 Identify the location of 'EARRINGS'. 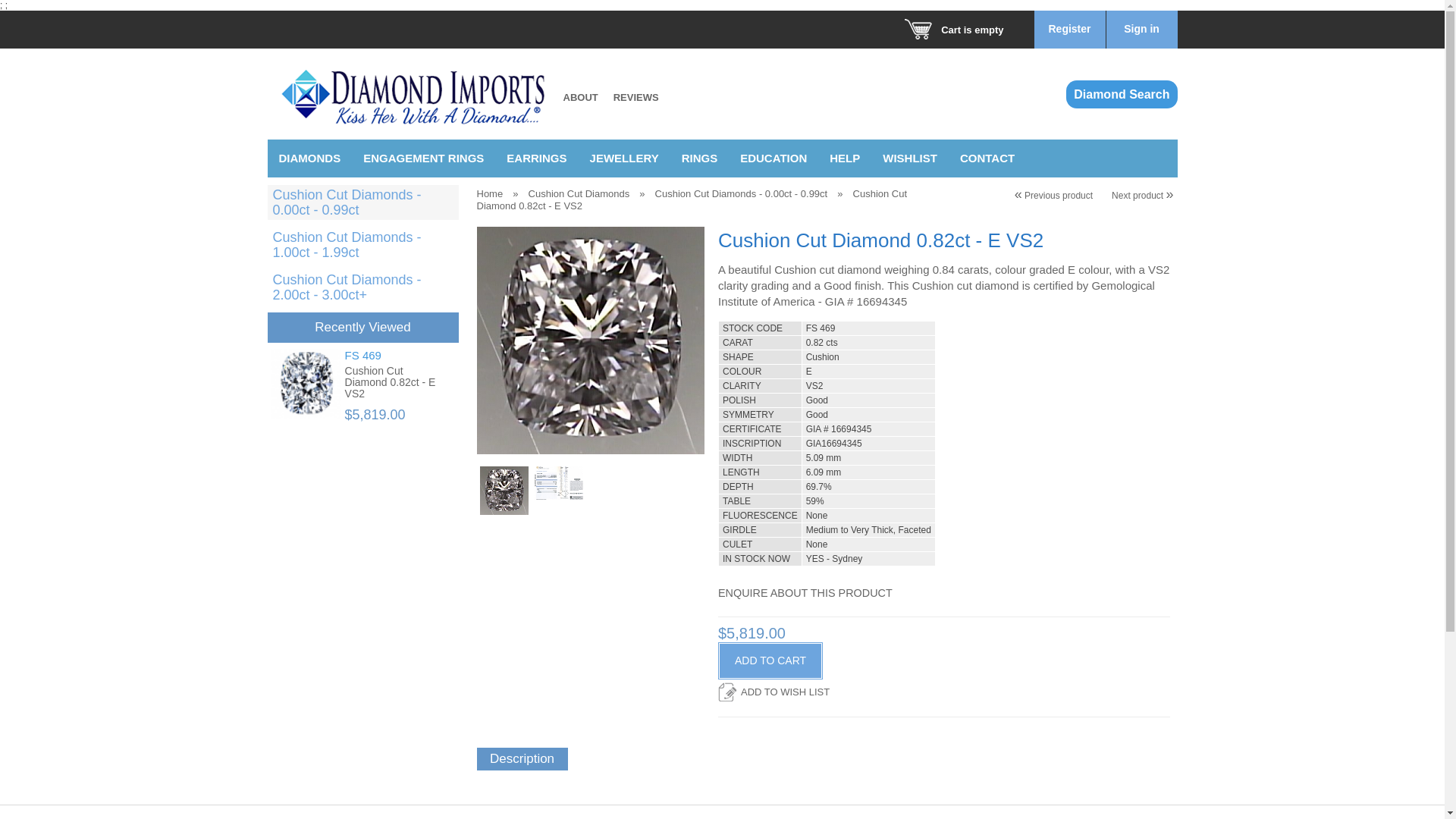
(494, 158).